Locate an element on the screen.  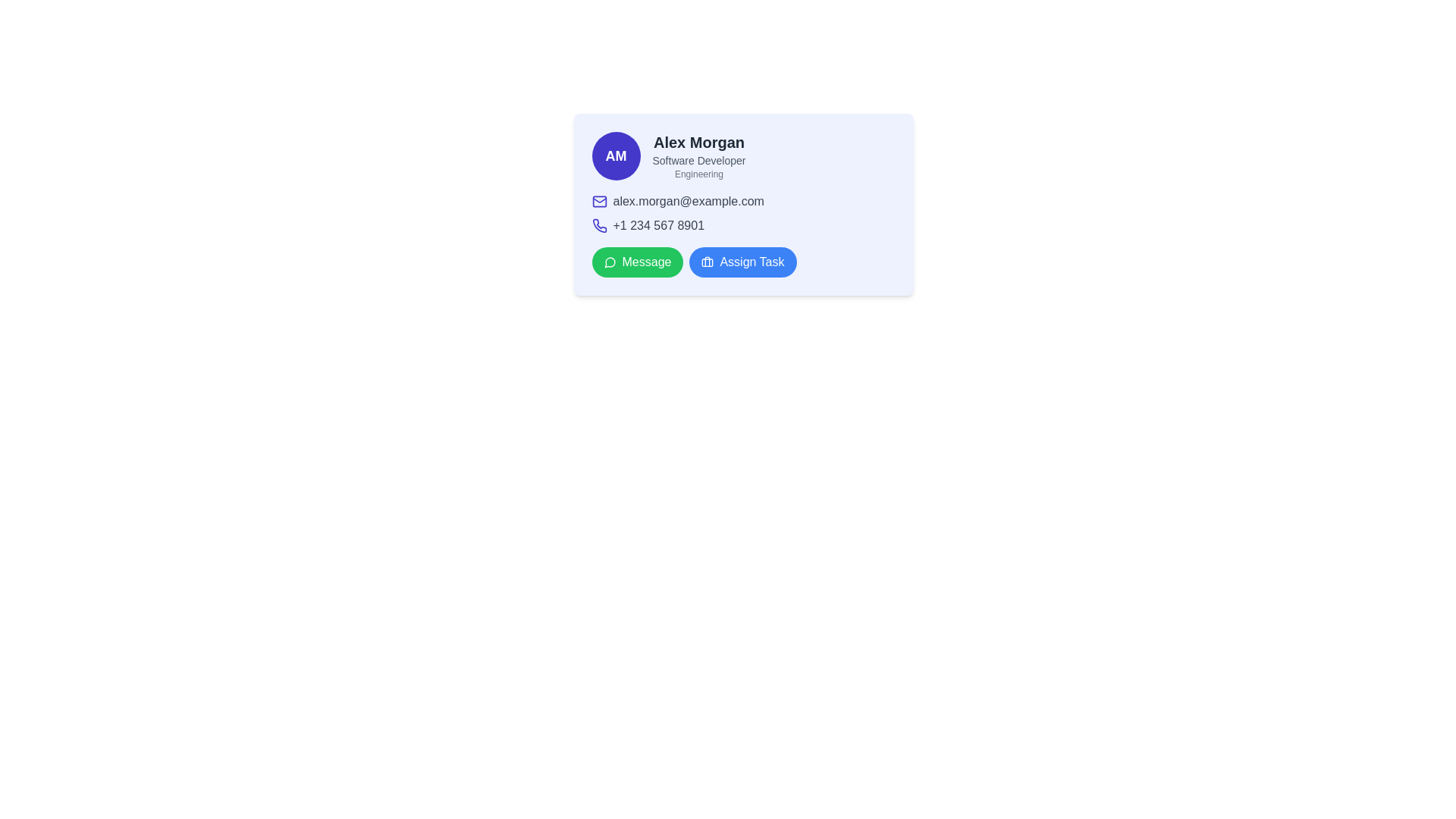
information displayed in the text component that shows 'Alex Morgan' as the title, 'Software Developer' as the subtitle, and 'Engineering' as the caption, all aligned to the left is located at coordinates (698, 155).